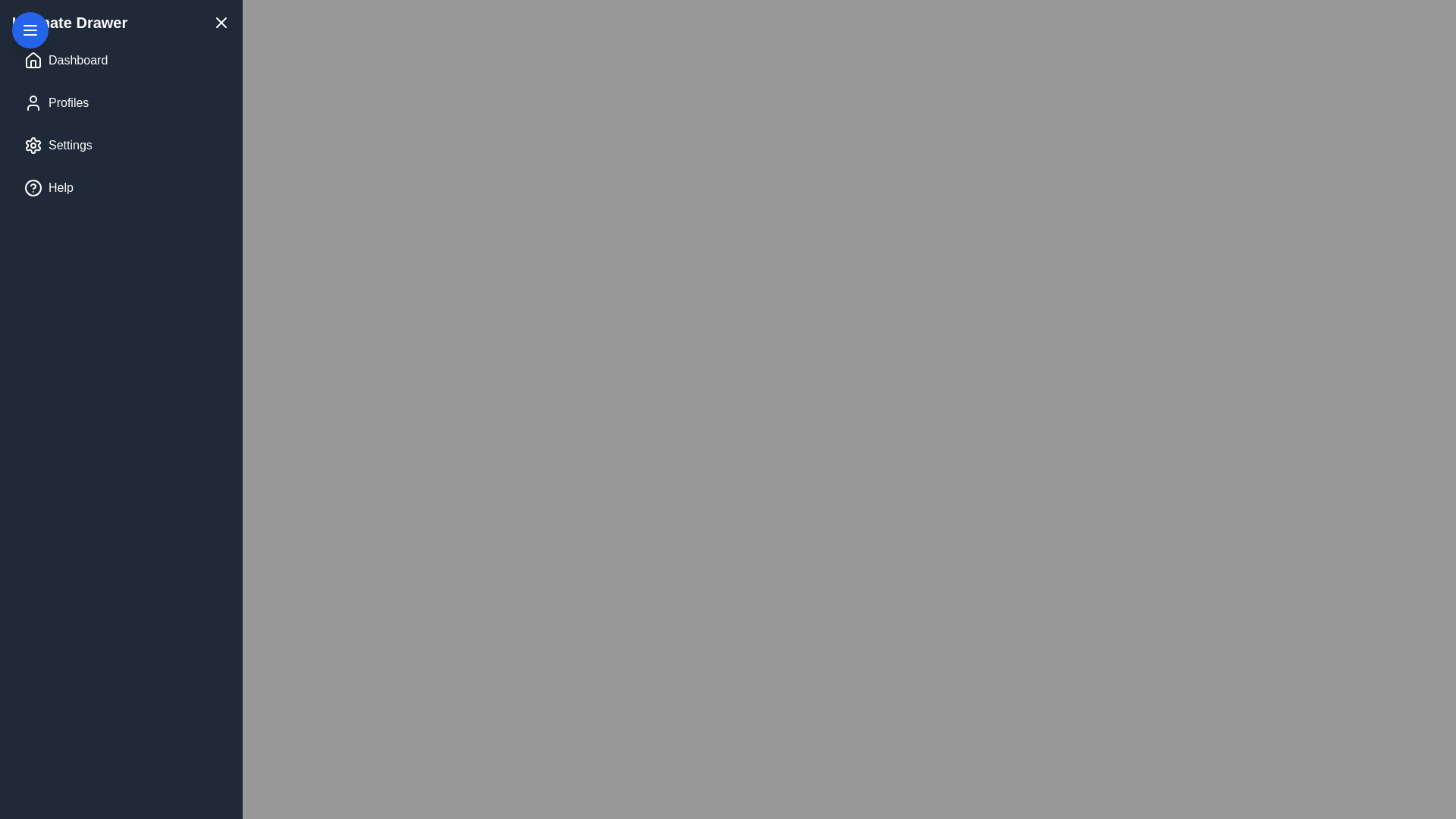  What do you see at coordinates (33, 58) in the screenshot?
I see `the house icon in the vertical navigation menu that indicates the 'Dashboard' section` at bounding box center [33, 58].